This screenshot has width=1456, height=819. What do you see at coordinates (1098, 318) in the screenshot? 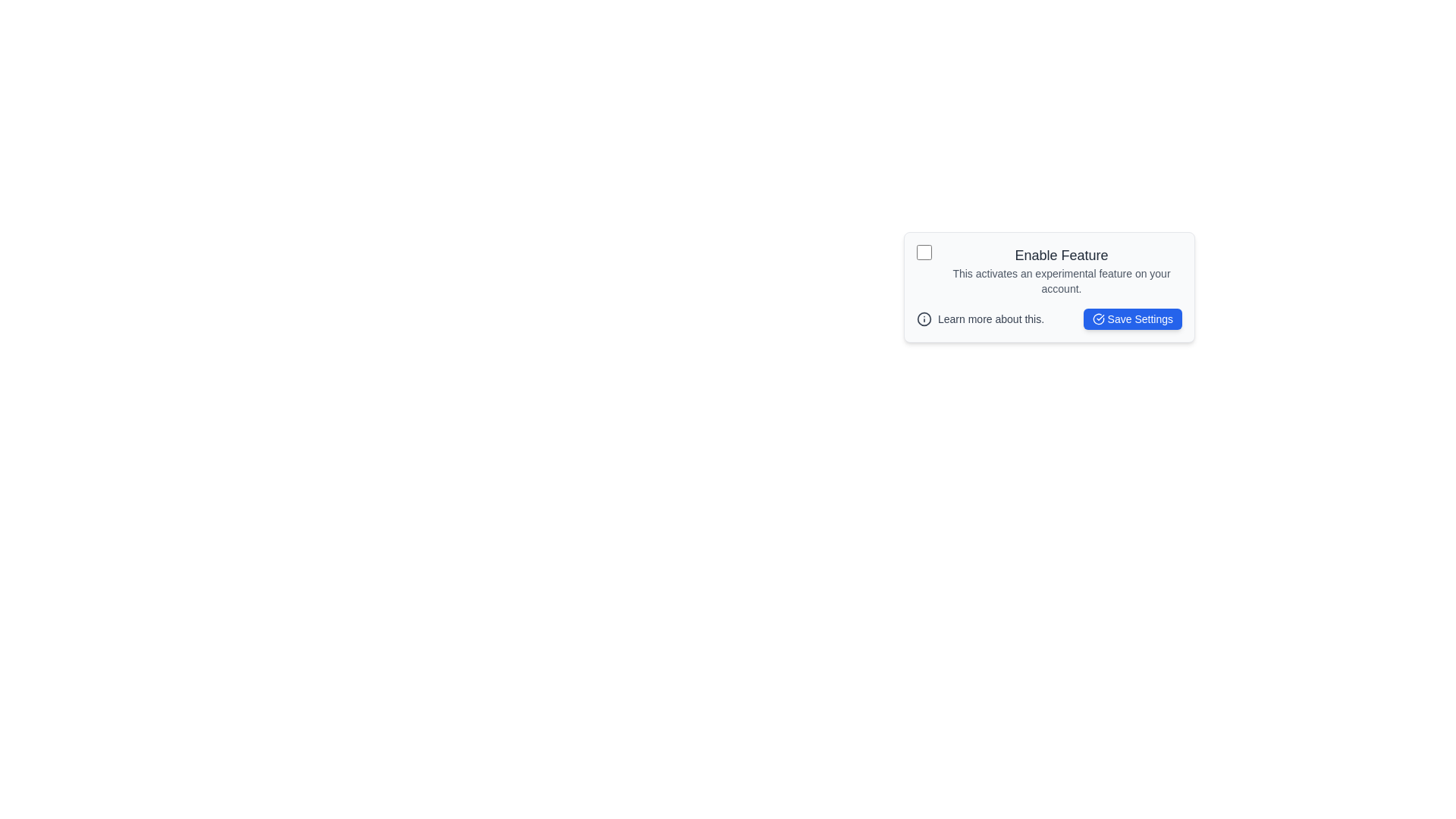
I see `the confirmation icon located to the left of the 'Save Settings' text within the 'Save Settings' button` at bounding box center [1098, 318].